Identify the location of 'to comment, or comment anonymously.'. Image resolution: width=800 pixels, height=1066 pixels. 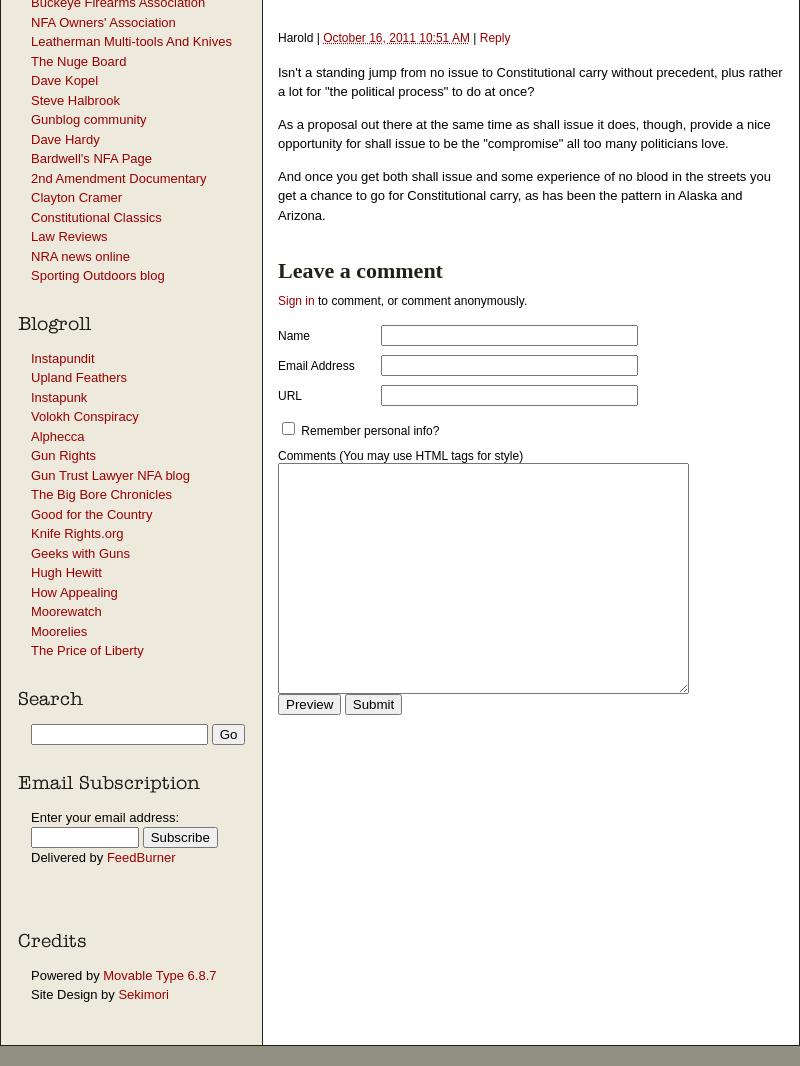
(420, 301).